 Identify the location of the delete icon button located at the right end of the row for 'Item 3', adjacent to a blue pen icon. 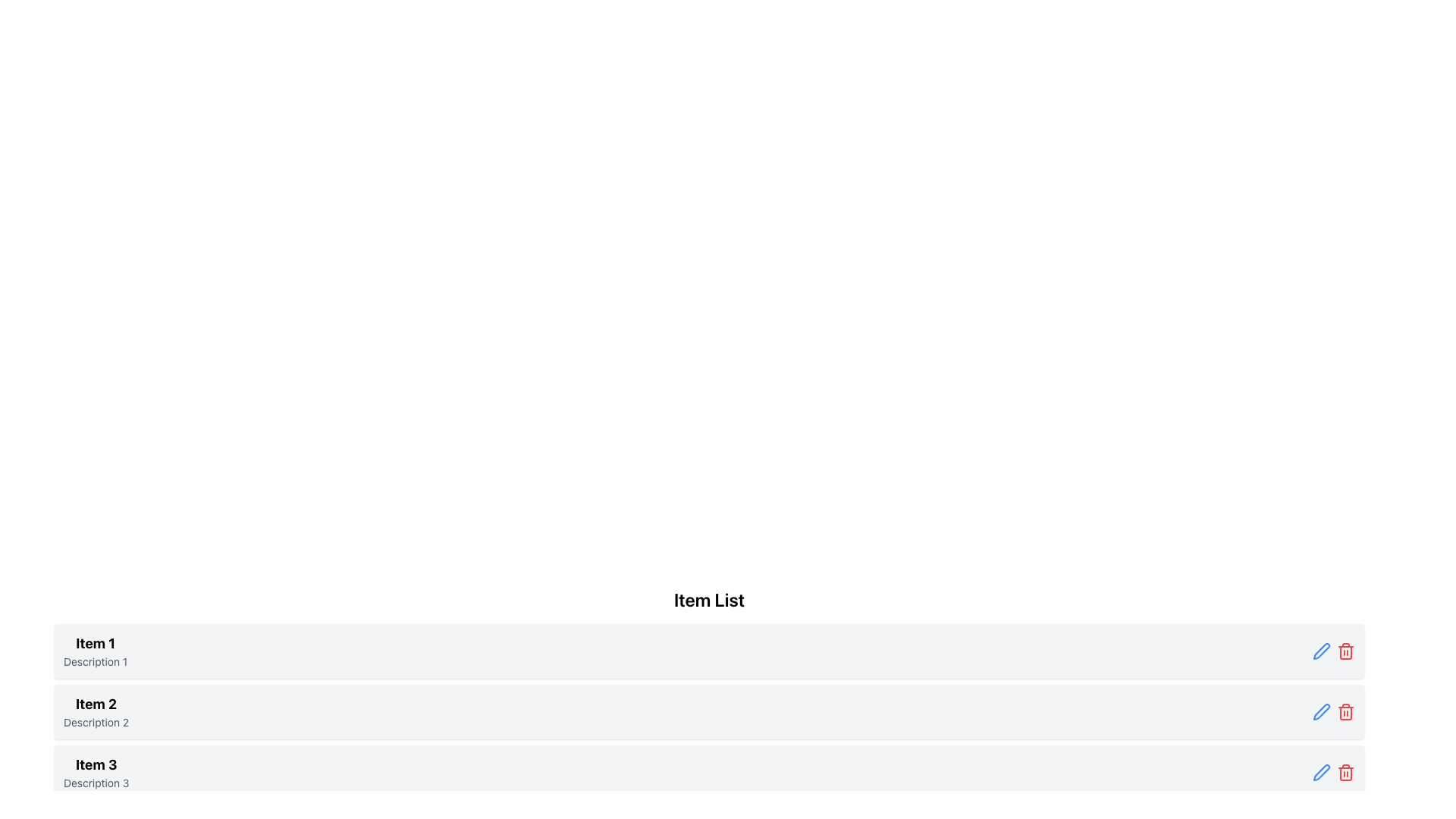
(1346, 772).